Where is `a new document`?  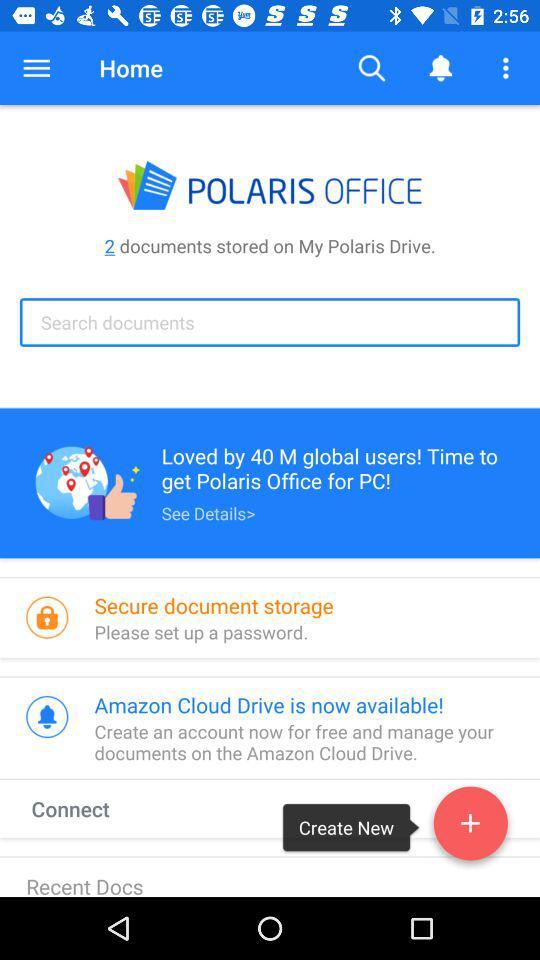 a new document is located at coordinates (470, 827).